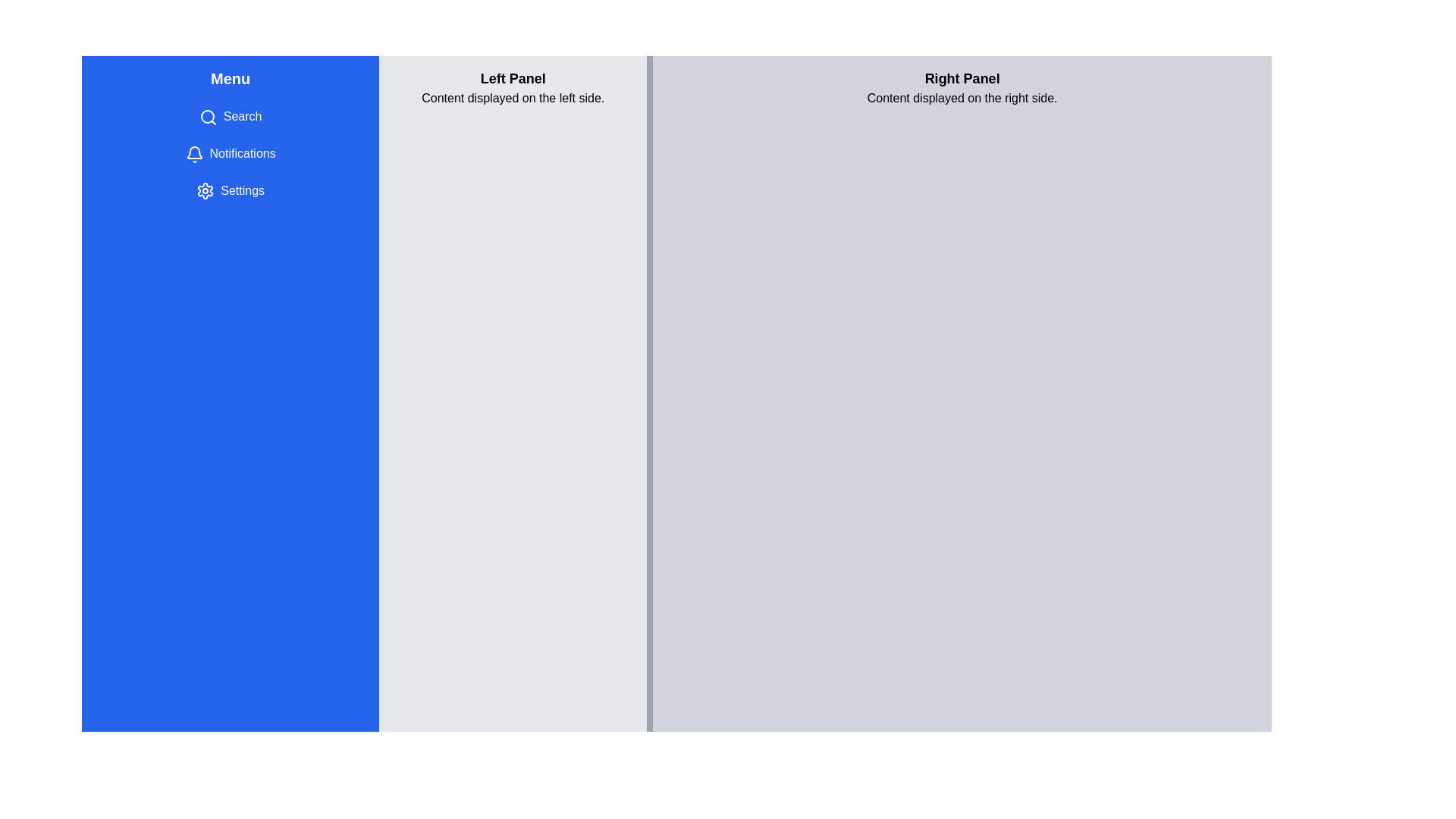  What do you see at coordinates (962, 79) in the screenshot?
I see `the text label 'Right Panel' located at the top of the right gray panel, which serves as a header for the content below` at bounding box center [962, 79].